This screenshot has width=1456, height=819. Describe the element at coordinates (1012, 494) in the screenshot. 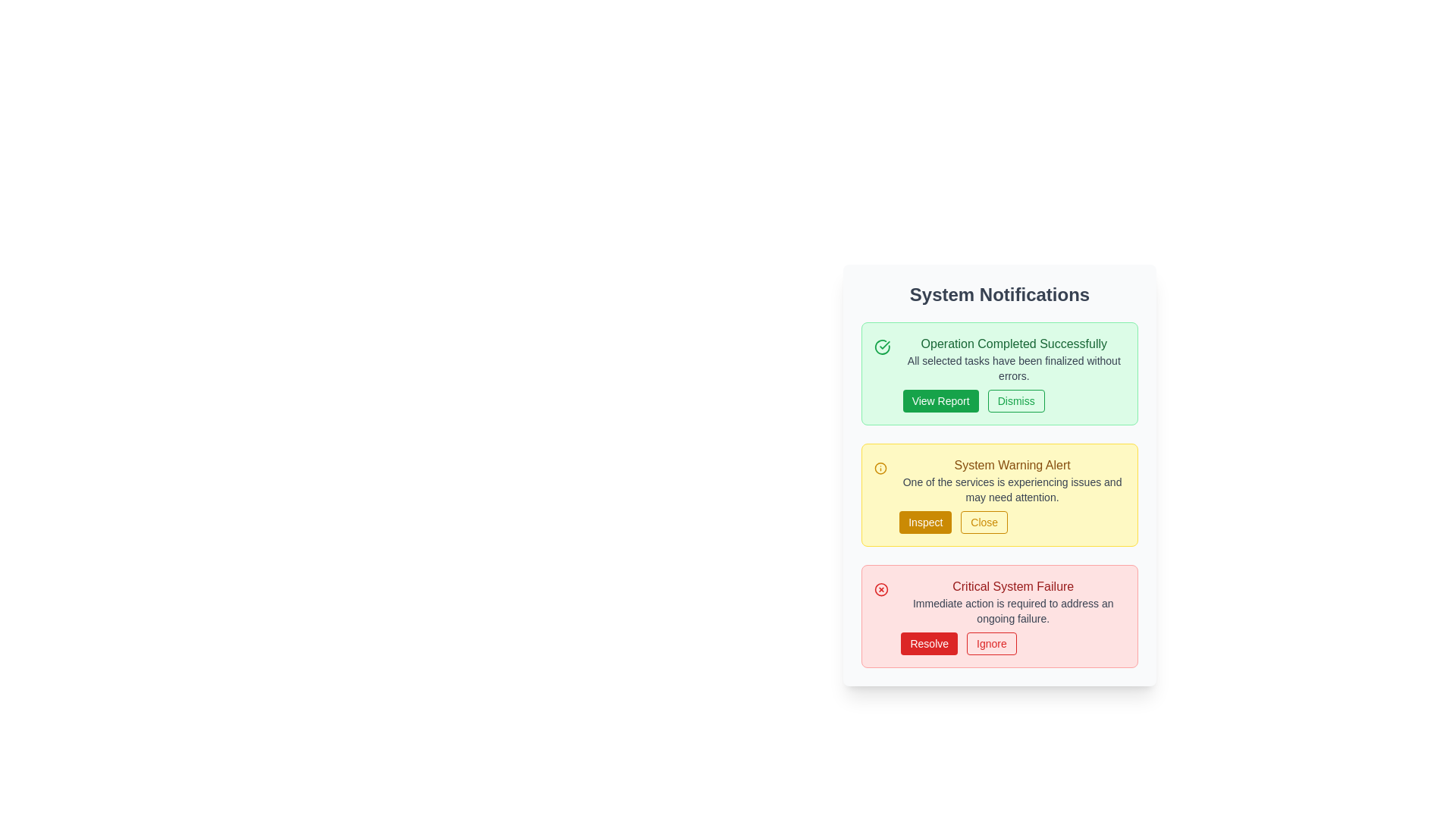

I see `the Notification component that provides a warning about an issue needing attention, positioned between a successful operation notification and a critical system failure notification` at that location.